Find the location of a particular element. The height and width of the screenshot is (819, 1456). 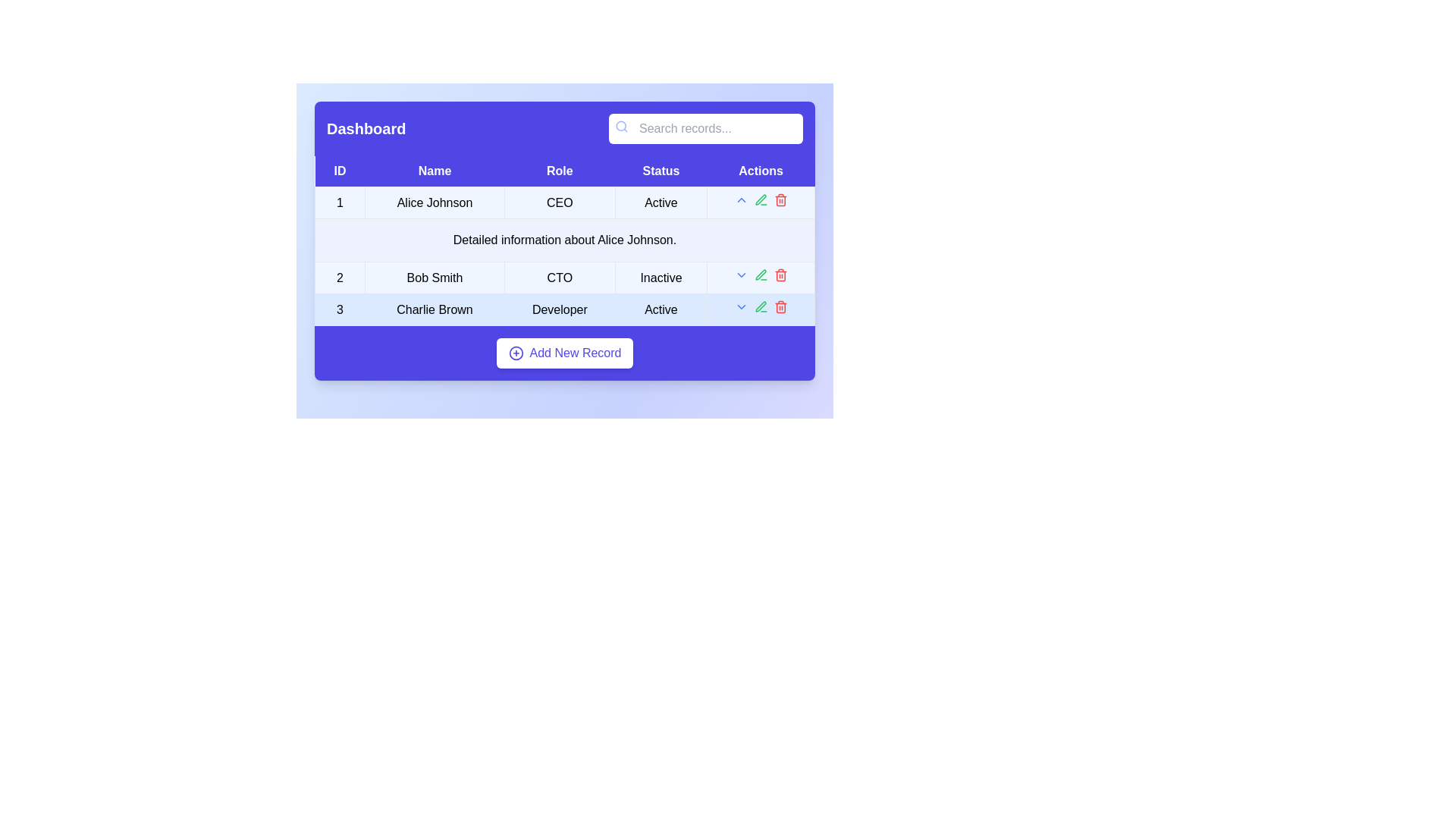

the small circular magnifying glass icon located to the left of the 'Search records...' input field is located at coordinates (622, 125).